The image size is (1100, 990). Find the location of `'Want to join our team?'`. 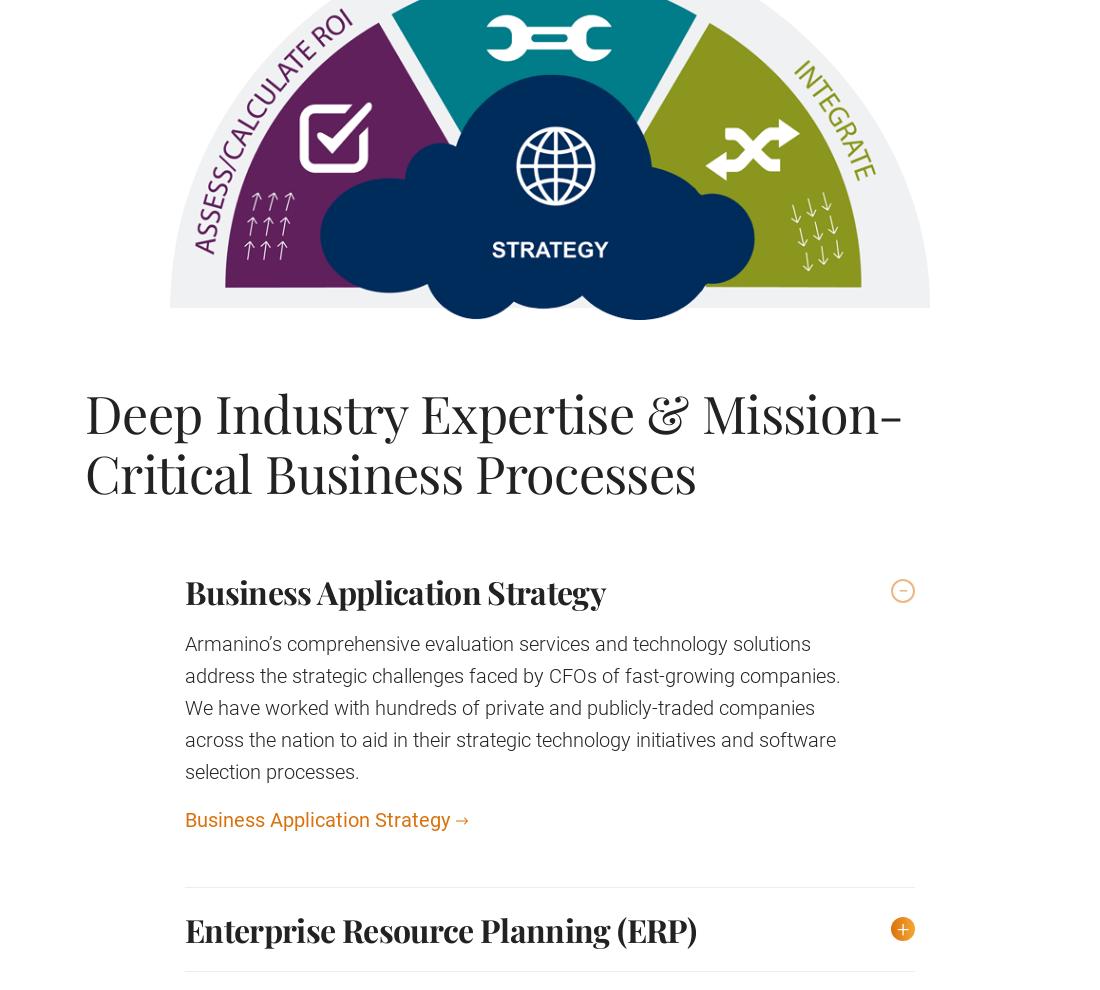

'Want to join our team?' is located at coordinates (397, 356).